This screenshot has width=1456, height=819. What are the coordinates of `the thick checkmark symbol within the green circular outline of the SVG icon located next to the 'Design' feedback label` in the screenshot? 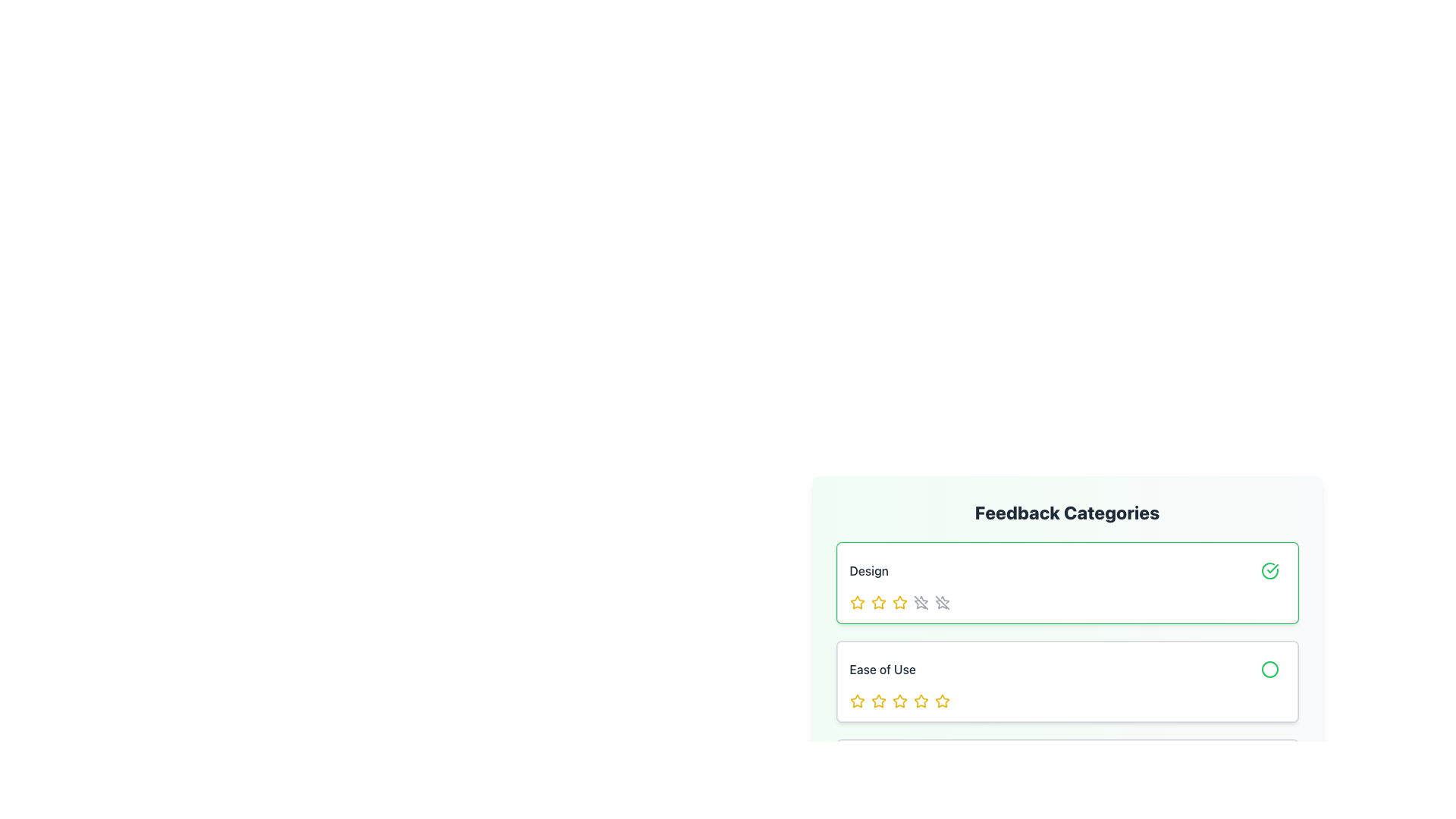 It's located at (1272, 568).